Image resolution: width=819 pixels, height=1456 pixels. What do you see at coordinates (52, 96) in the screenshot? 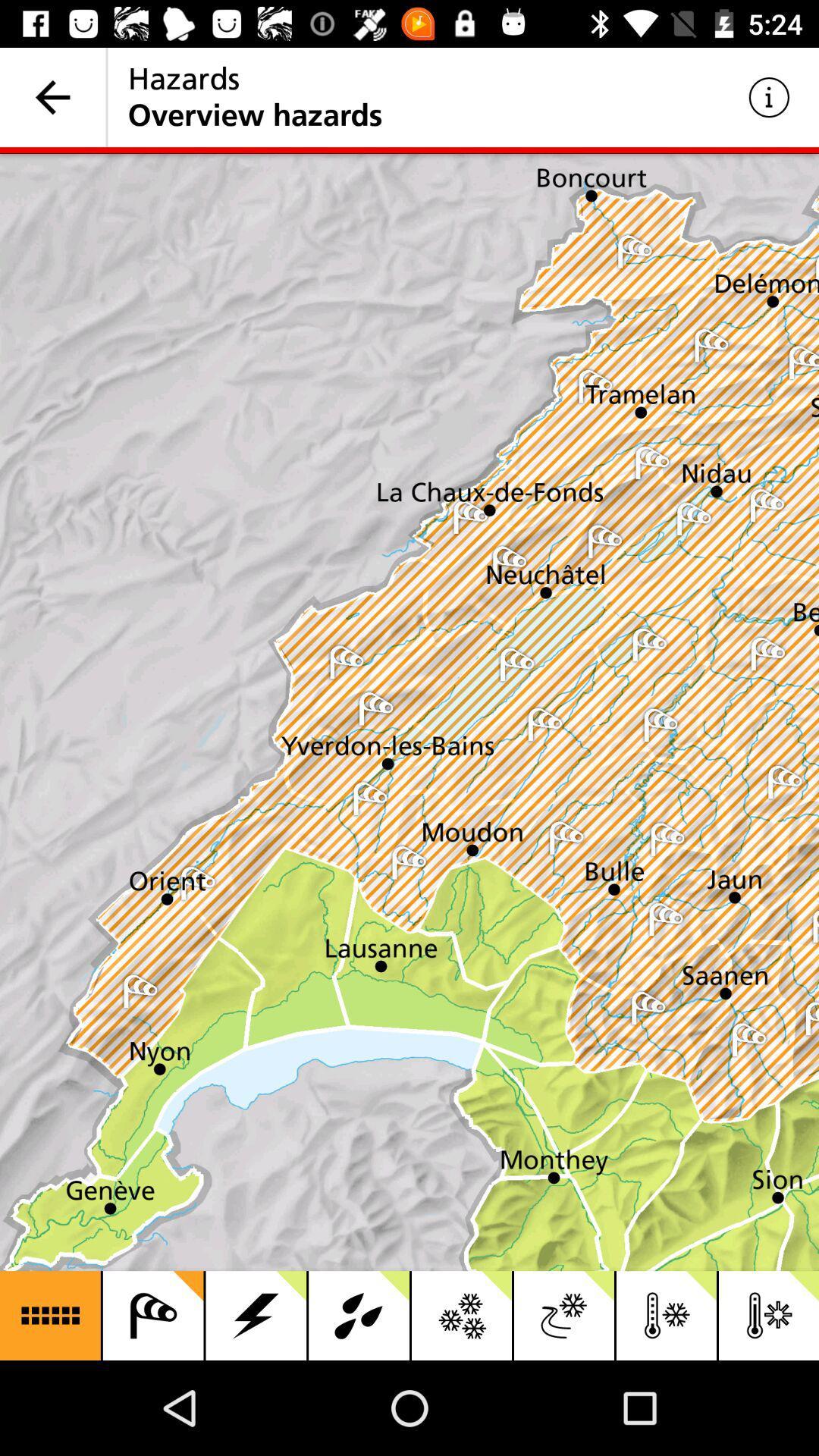
I see `icon to the left of hazards item` at bounding box center [52, 96].